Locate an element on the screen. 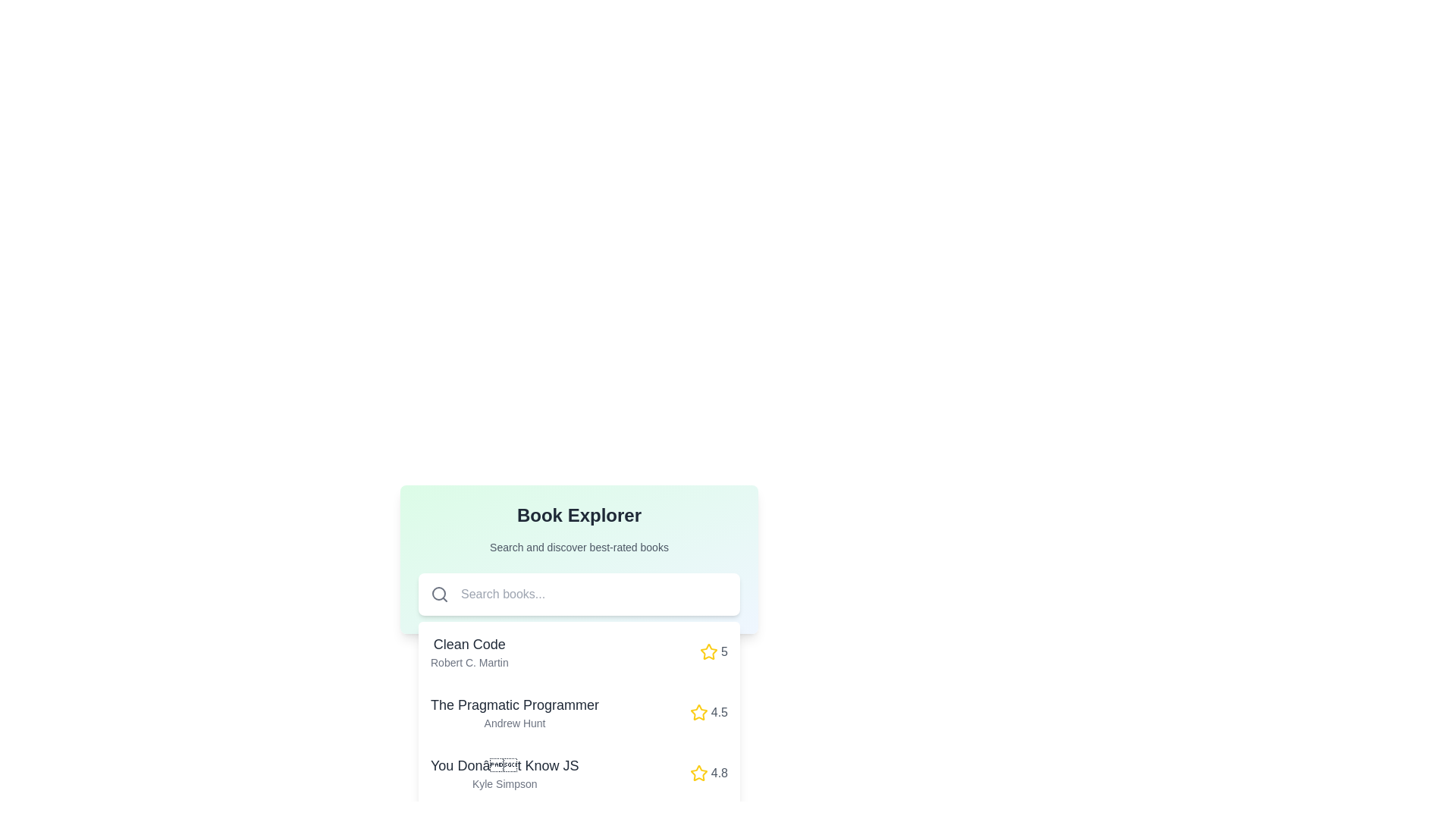  the rating score label displaying '4.5', which is styled in gray and located next to the yellow star icon in the book listing for 'The Pragmatic Programmer' is located at coordinates (718, 713).